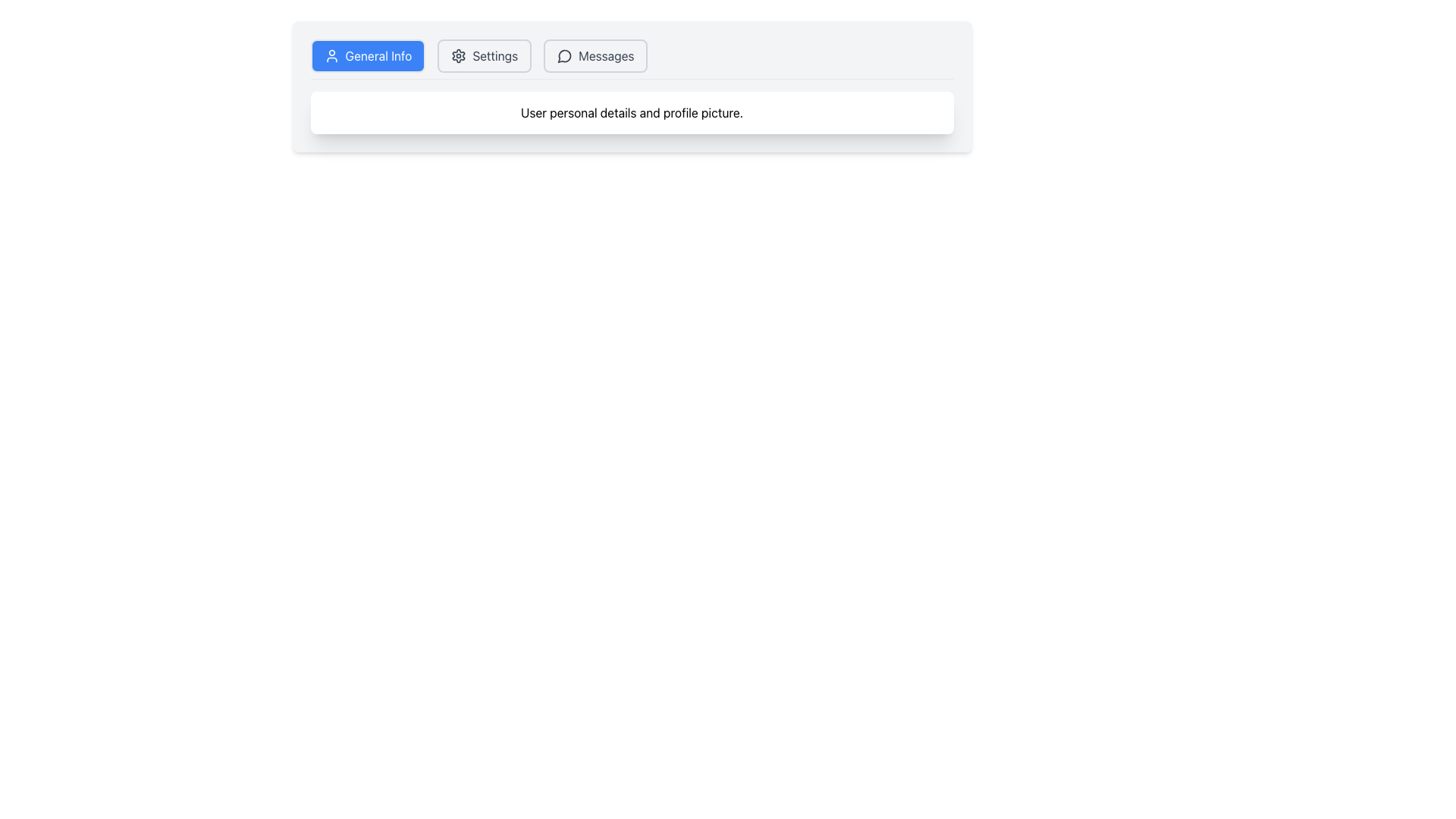  Describe the element at coordinates (564, 55) in the screenshot. I see `the circular chat bubble icon located to the left of the 'Messages' button in the navigation bar` at that location.